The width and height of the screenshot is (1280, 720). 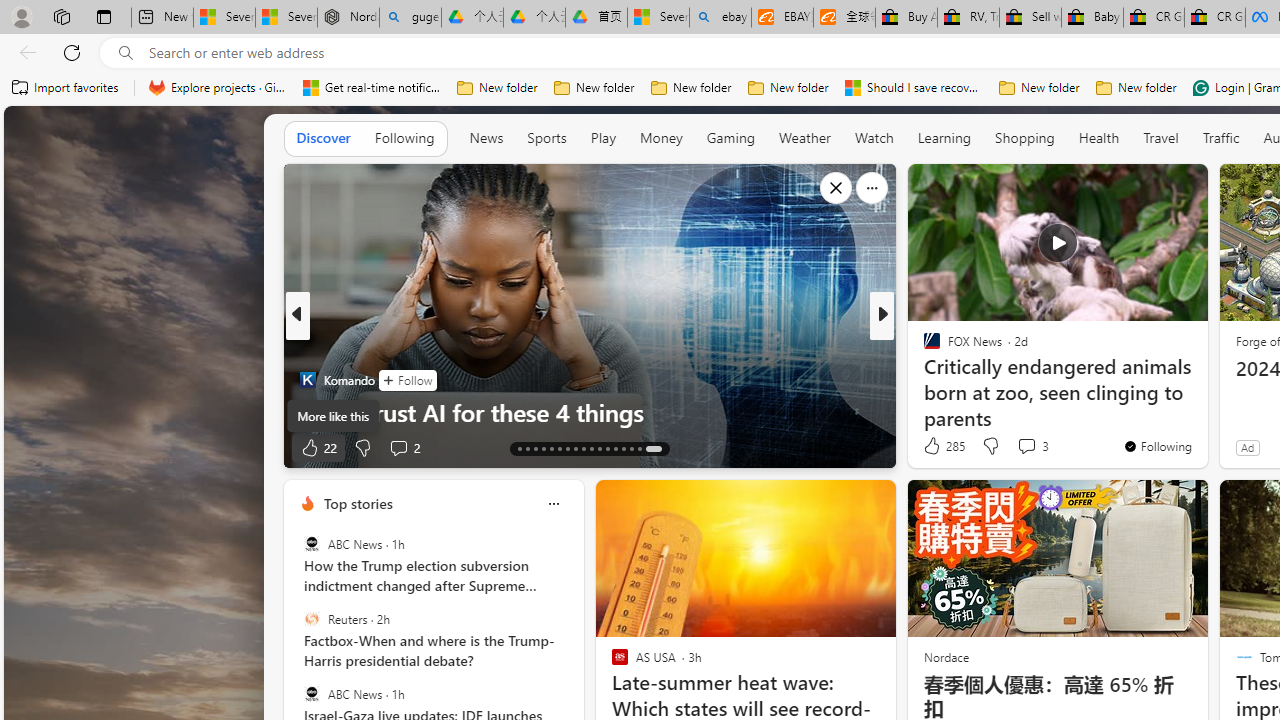 I want to click on 'Learning', so click(x=943, y=137).